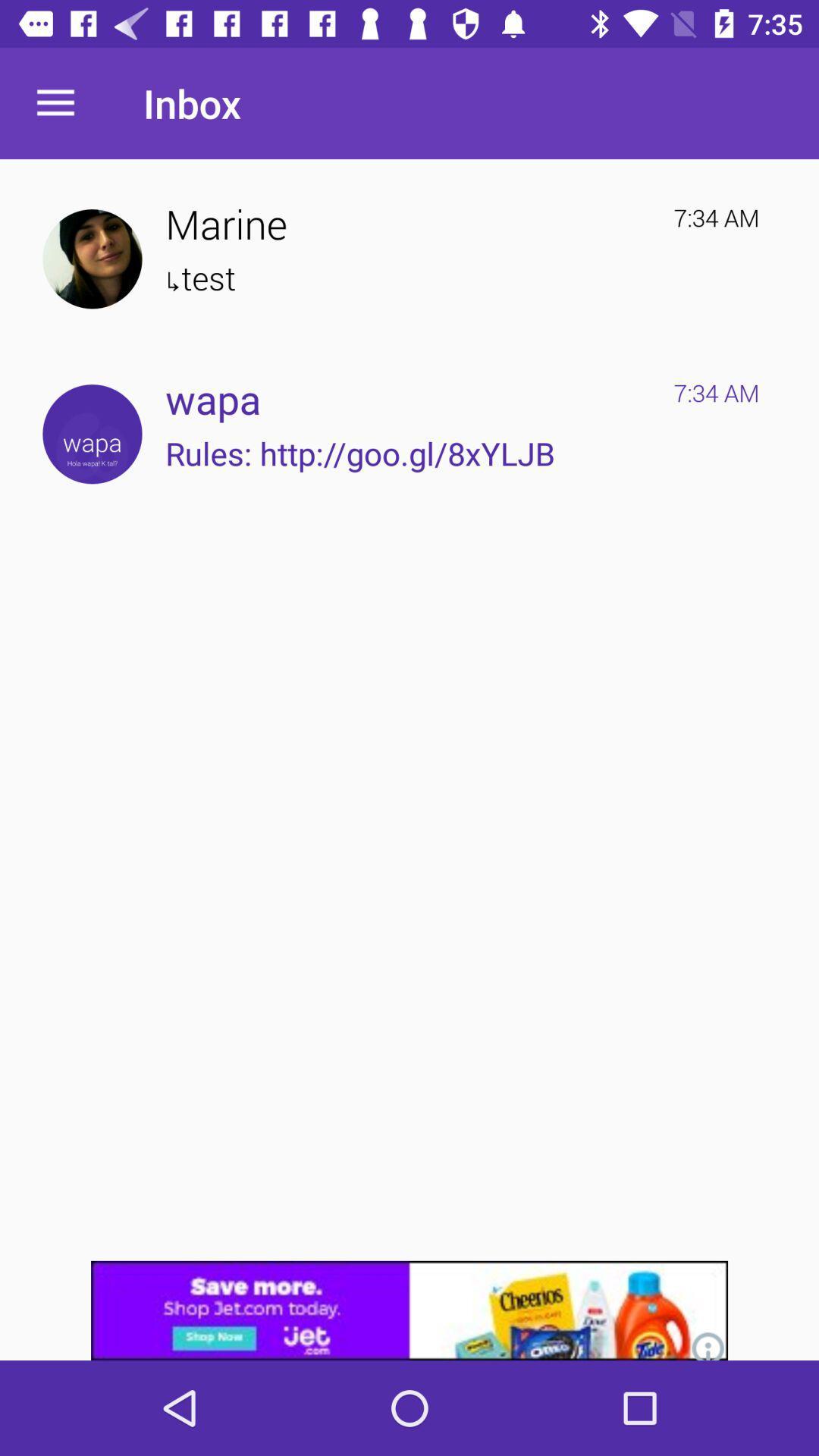 This screenshot has width=819, height=1456. I want to click on click photo button, so click(92, 259).